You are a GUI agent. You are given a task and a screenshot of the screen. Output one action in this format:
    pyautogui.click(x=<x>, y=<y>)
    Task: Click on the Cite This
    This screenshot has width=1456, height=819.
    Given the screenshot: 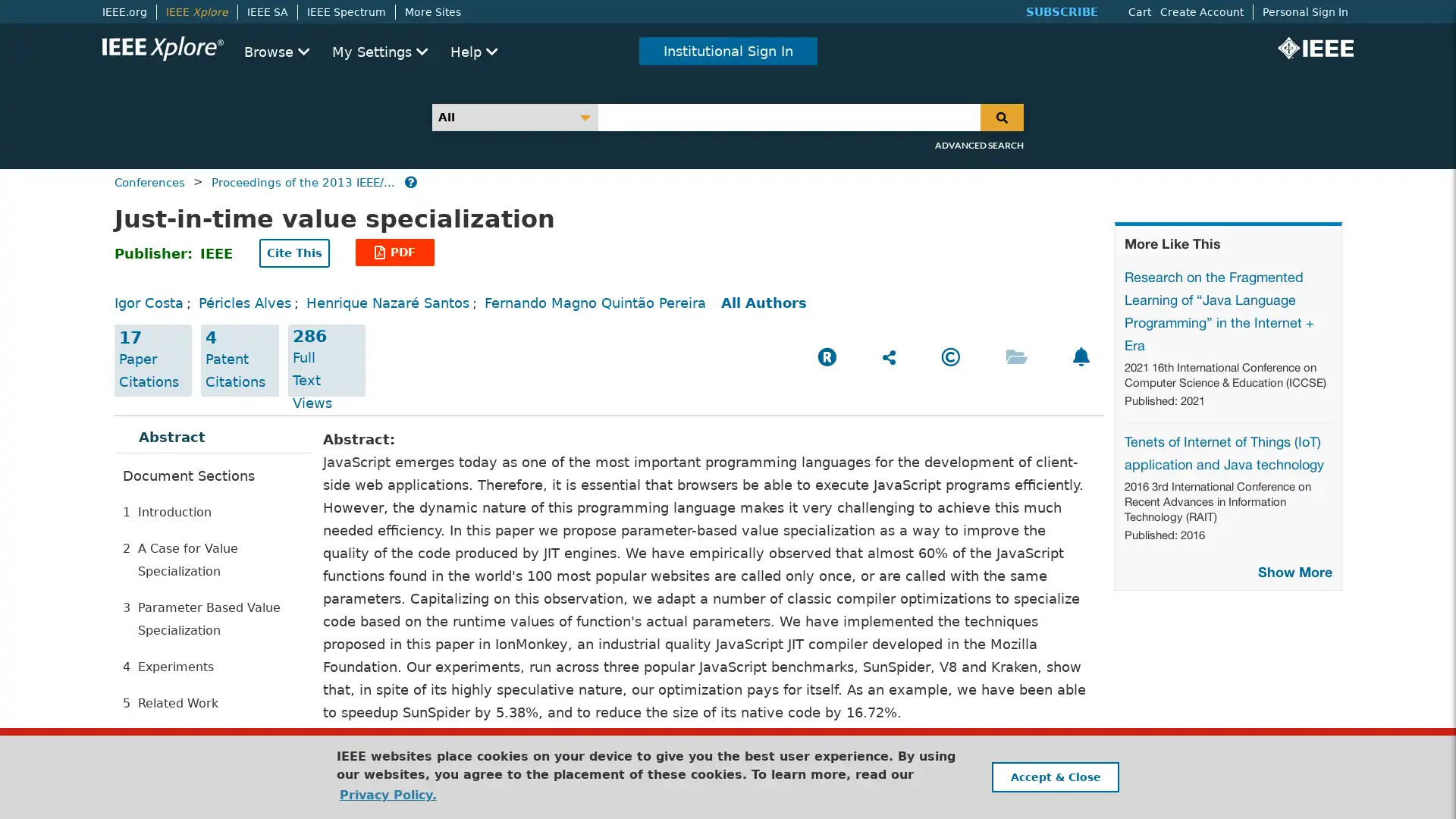 What is the action you would take?
    pyautogui.click(x=294, y=253)
    